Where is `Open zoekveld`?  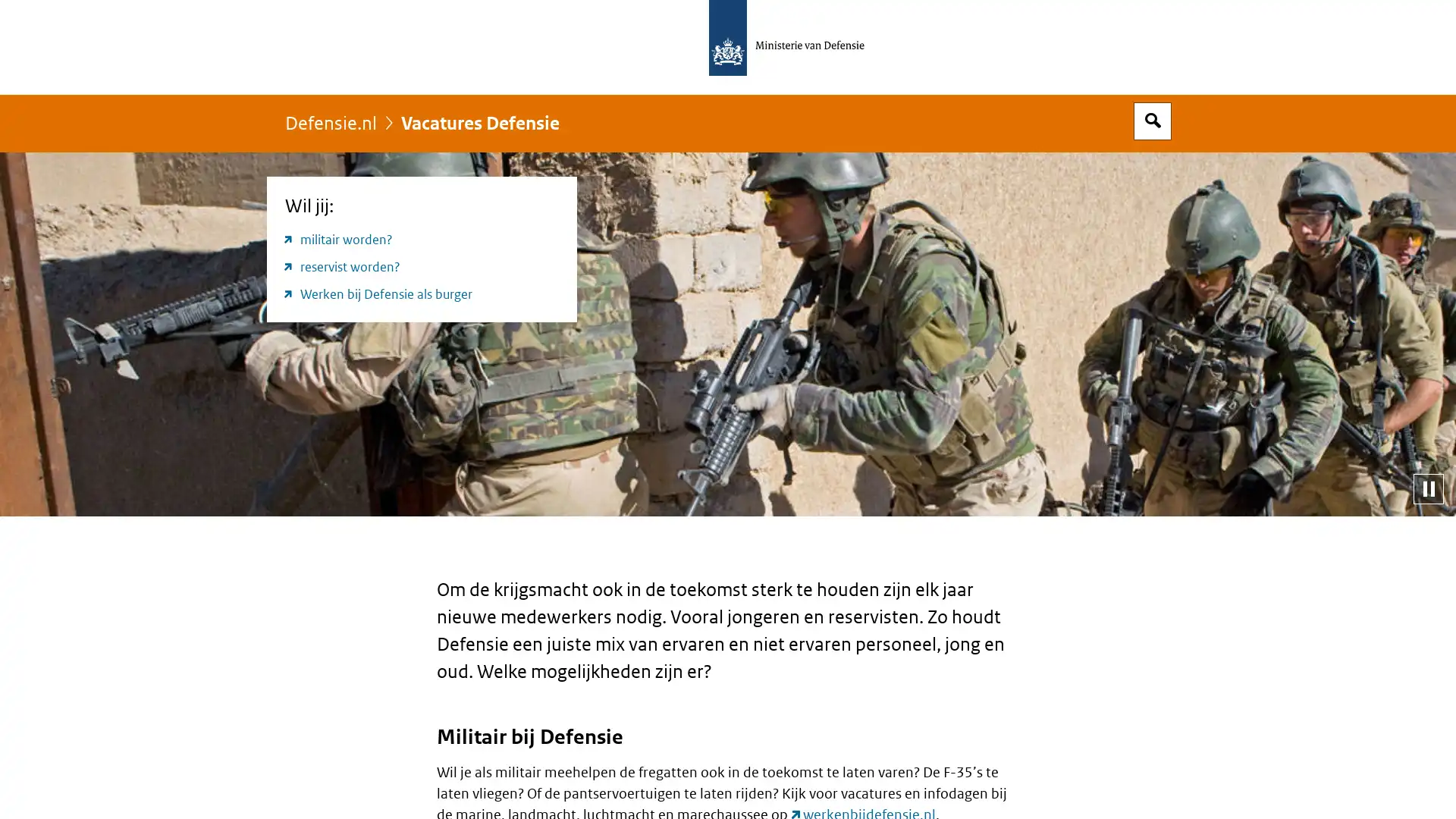 Open zoekveld is located at coordinates (1153, 120).